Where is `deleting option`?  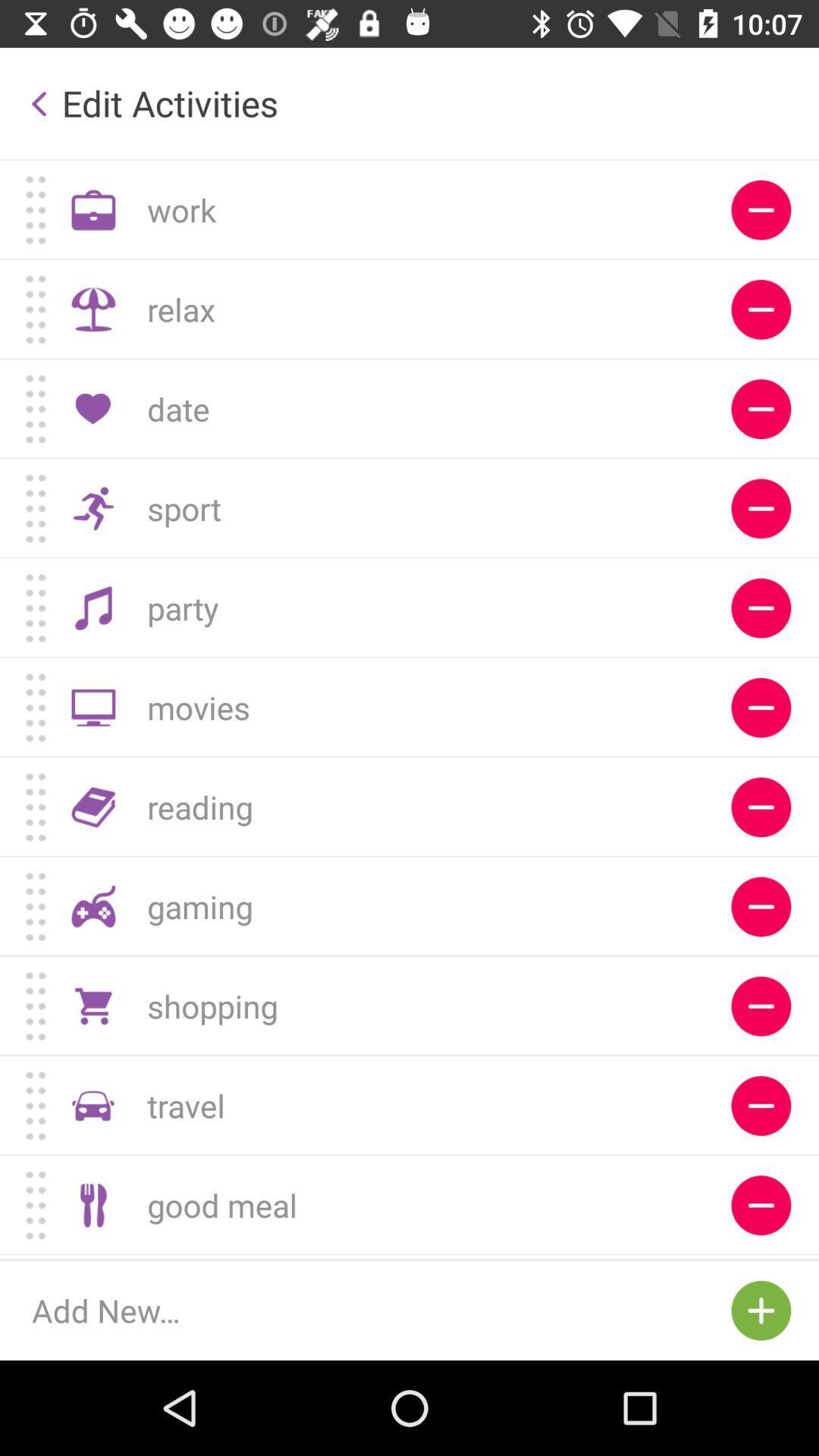 deleting option is located at coordinates (761, 1257).